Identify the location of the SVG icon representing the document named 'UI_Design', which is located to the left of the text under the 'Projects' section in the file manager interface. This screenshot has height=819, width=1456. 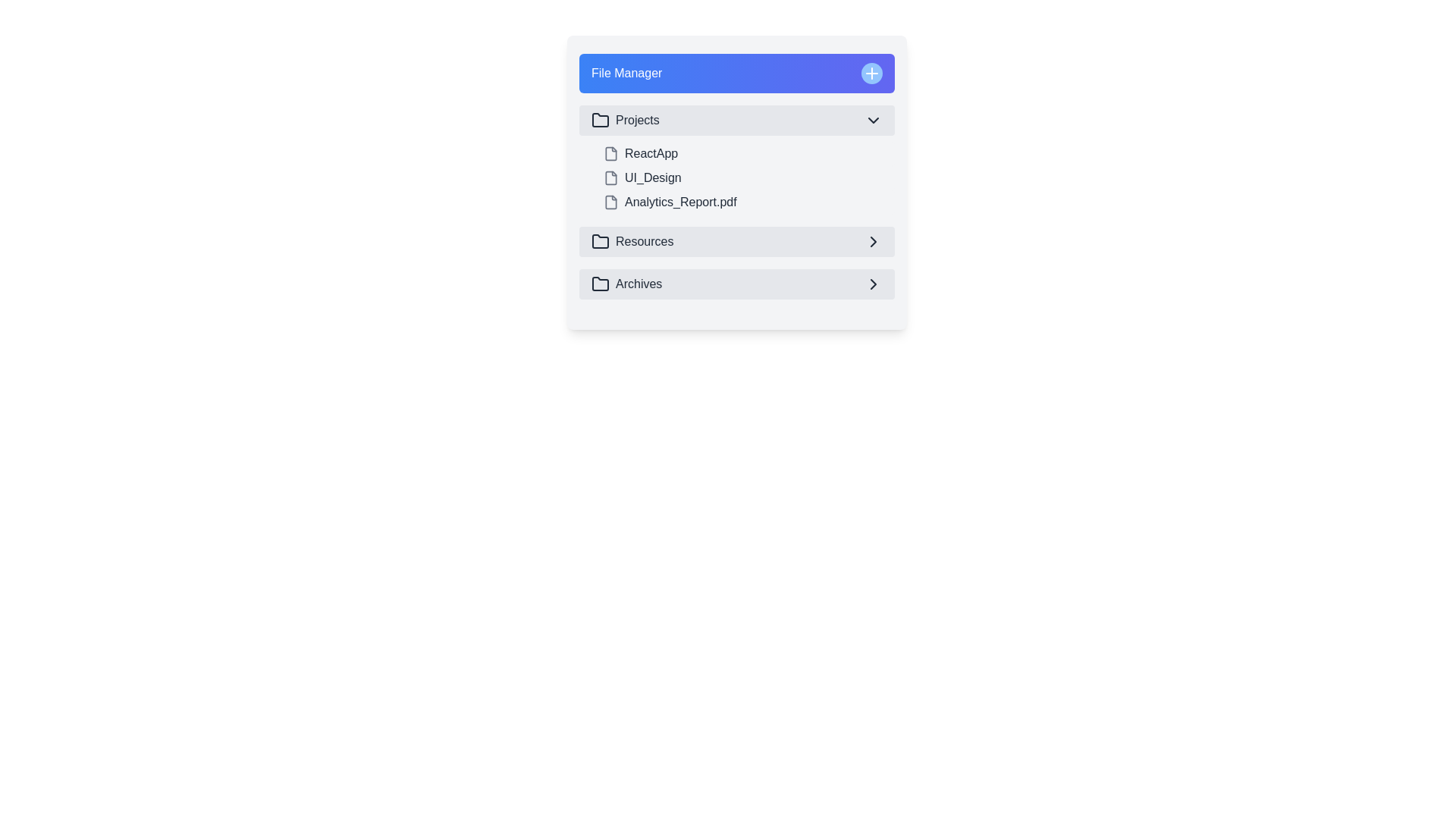
(611, 177).